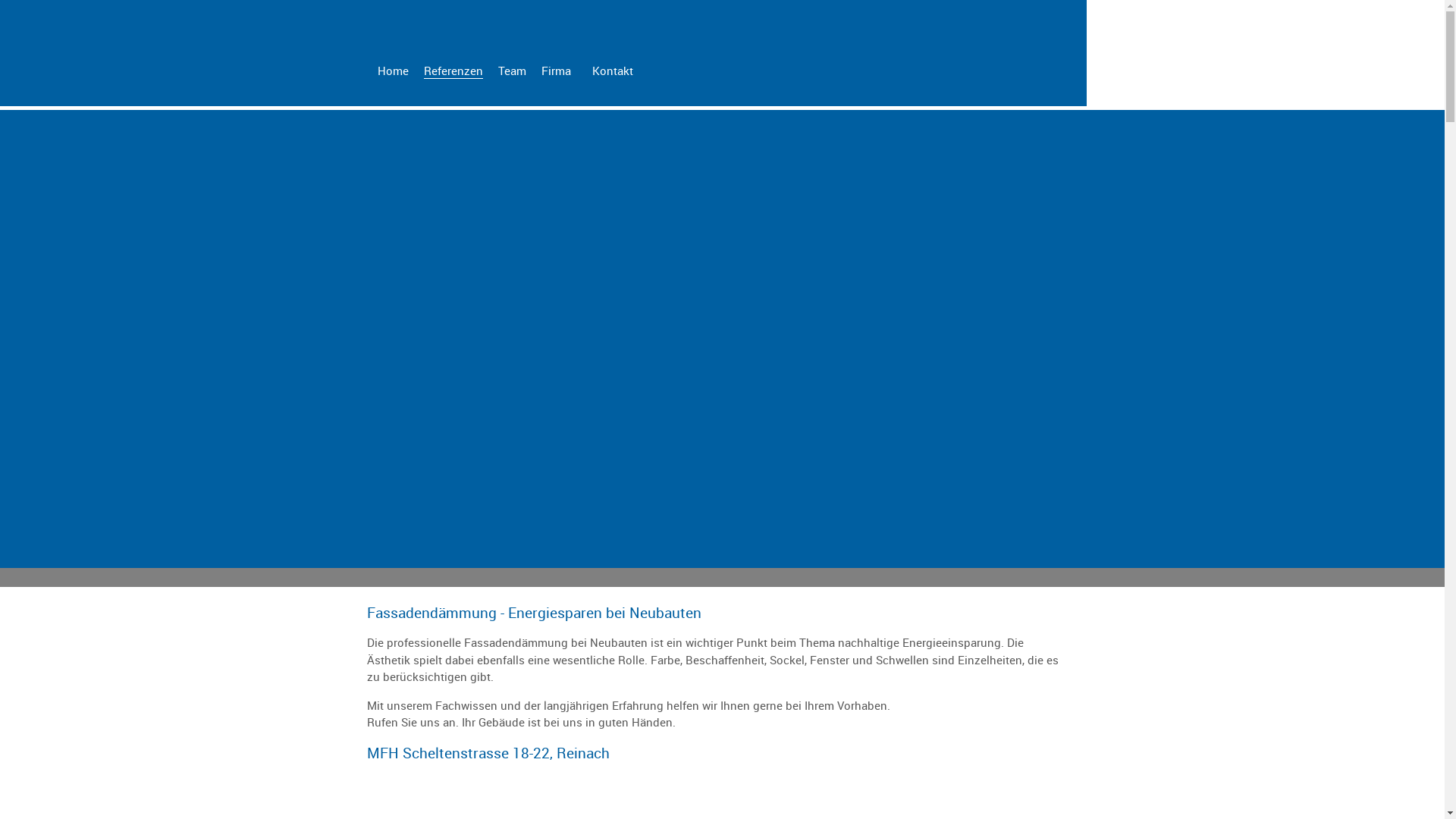 This screenshot has width=1456, height=819. I want to click on 'Referenzen', so click(451, 71).